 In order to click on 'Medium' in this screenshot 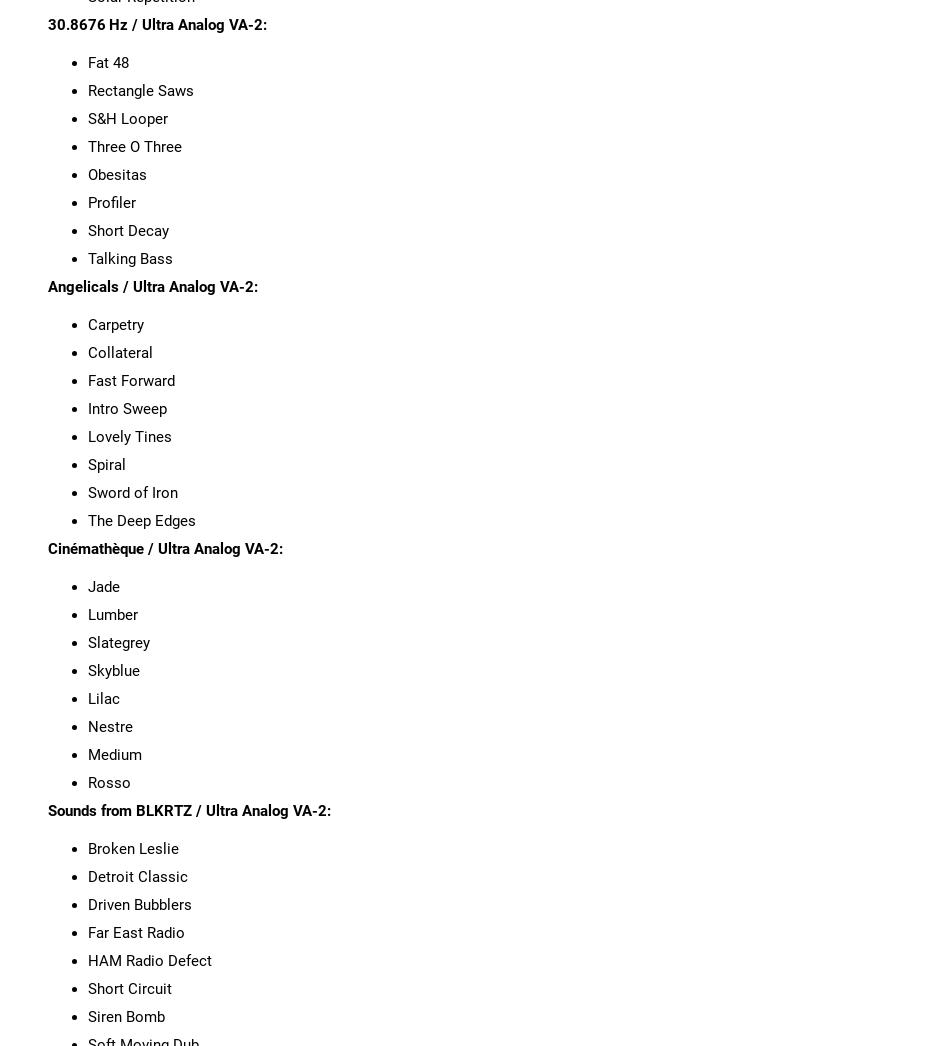, I will do `click(114, 752)`.